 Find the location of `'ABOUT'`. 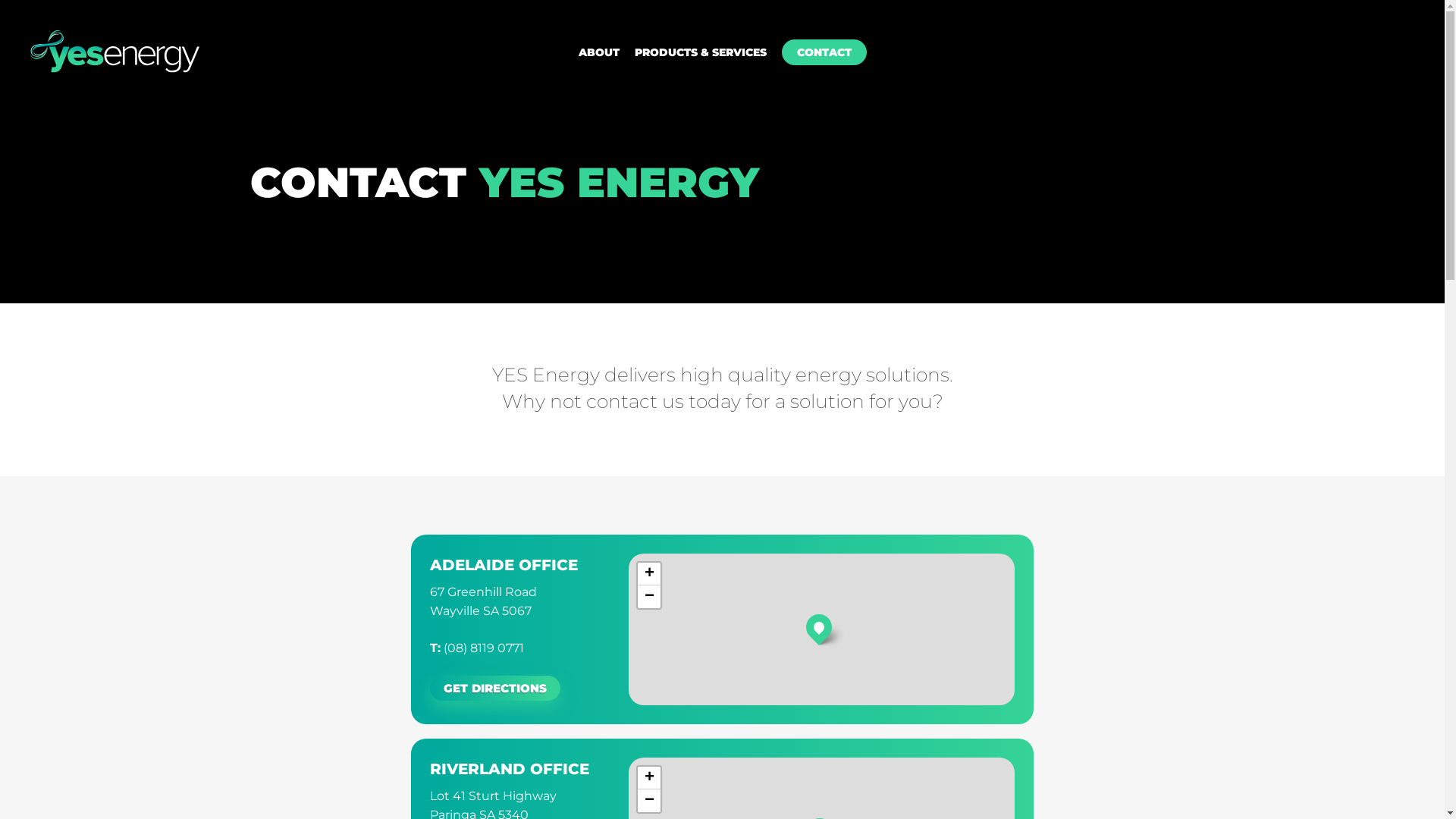

'ABOUT' is located at coordinates (597, 52).